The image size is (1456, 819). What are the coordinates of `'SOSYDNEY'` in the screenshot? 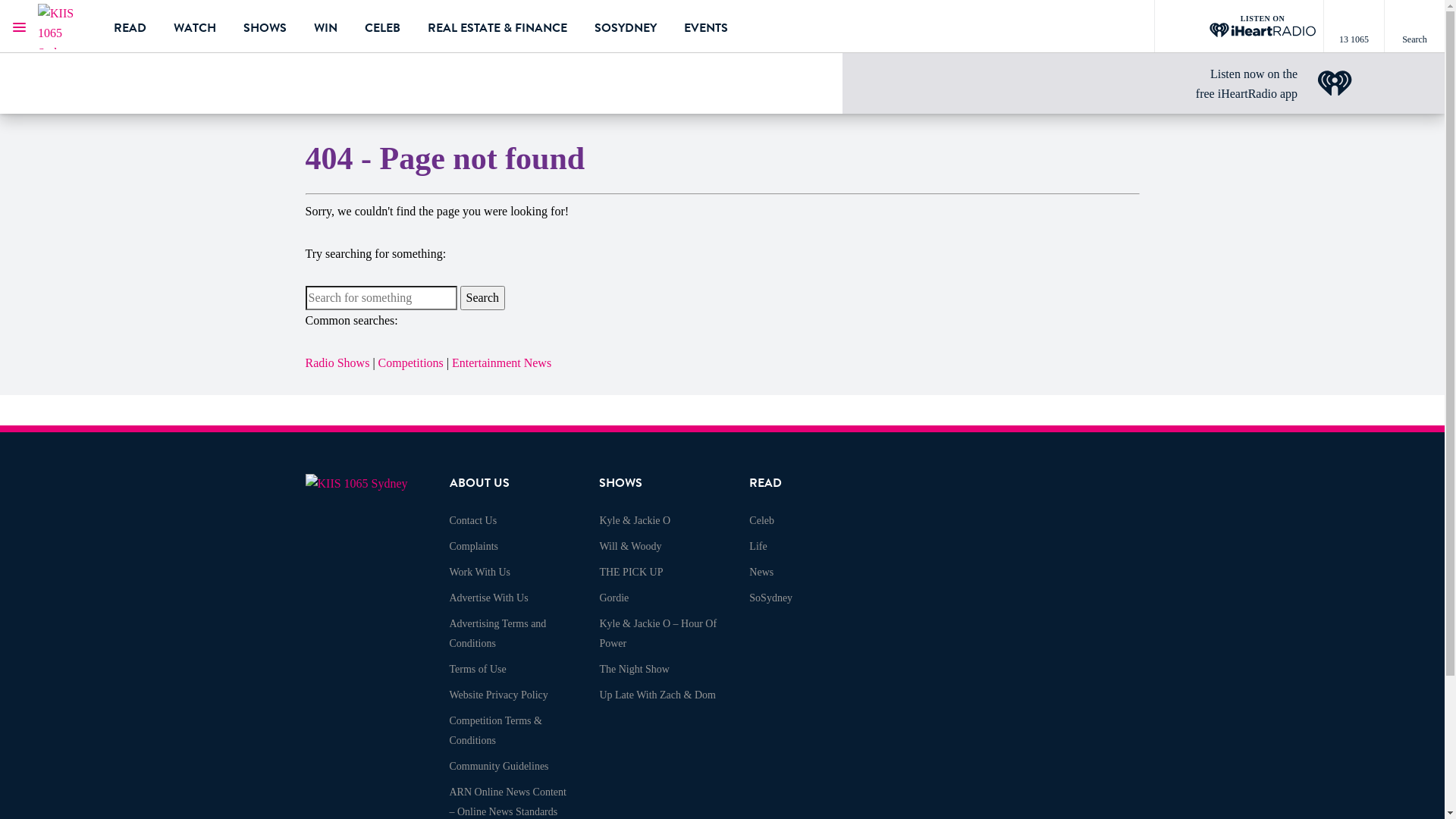 It's located at (593, 26).